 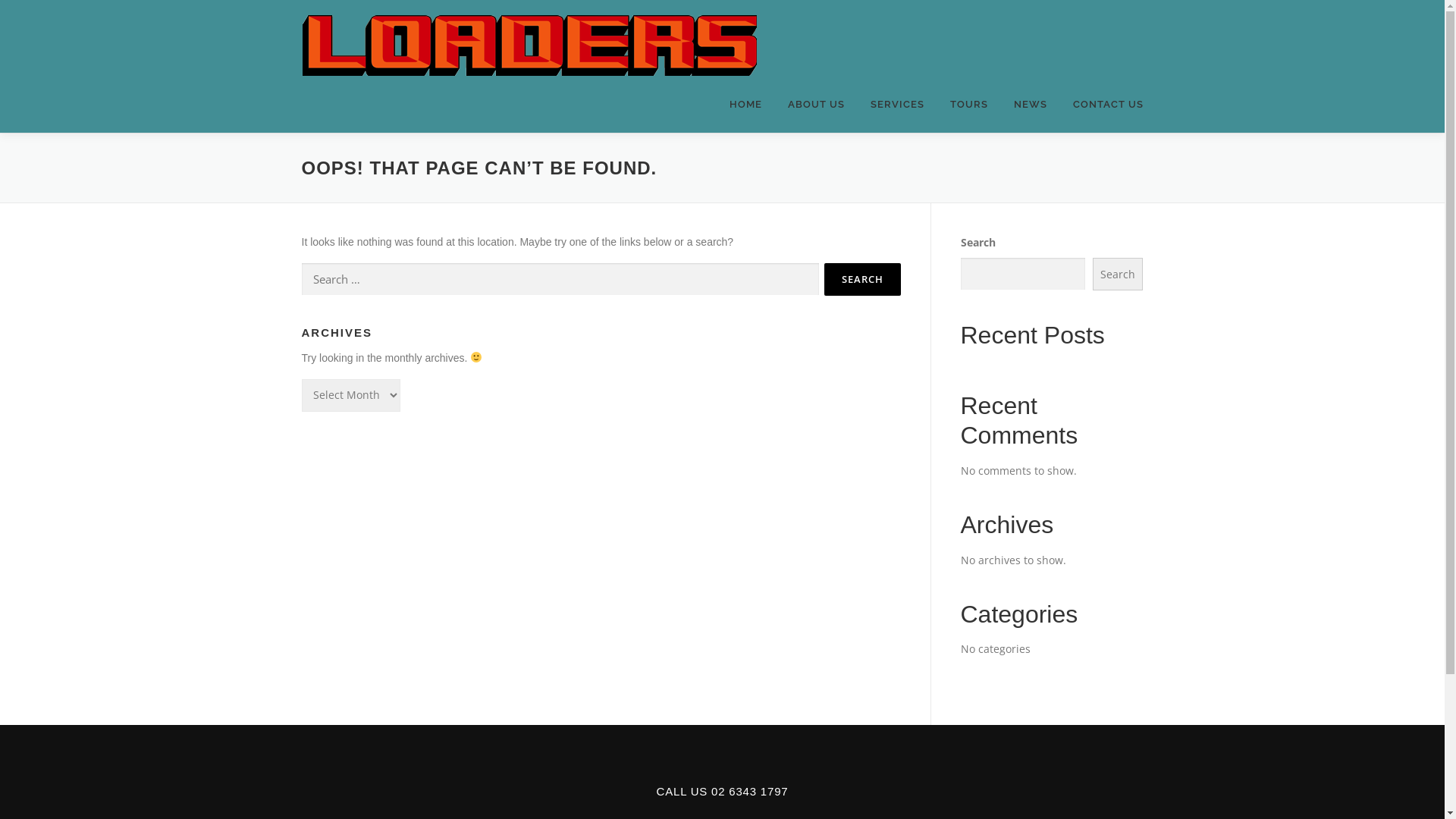 I want to click on 'SERVICES', so click(x=856, y=103).